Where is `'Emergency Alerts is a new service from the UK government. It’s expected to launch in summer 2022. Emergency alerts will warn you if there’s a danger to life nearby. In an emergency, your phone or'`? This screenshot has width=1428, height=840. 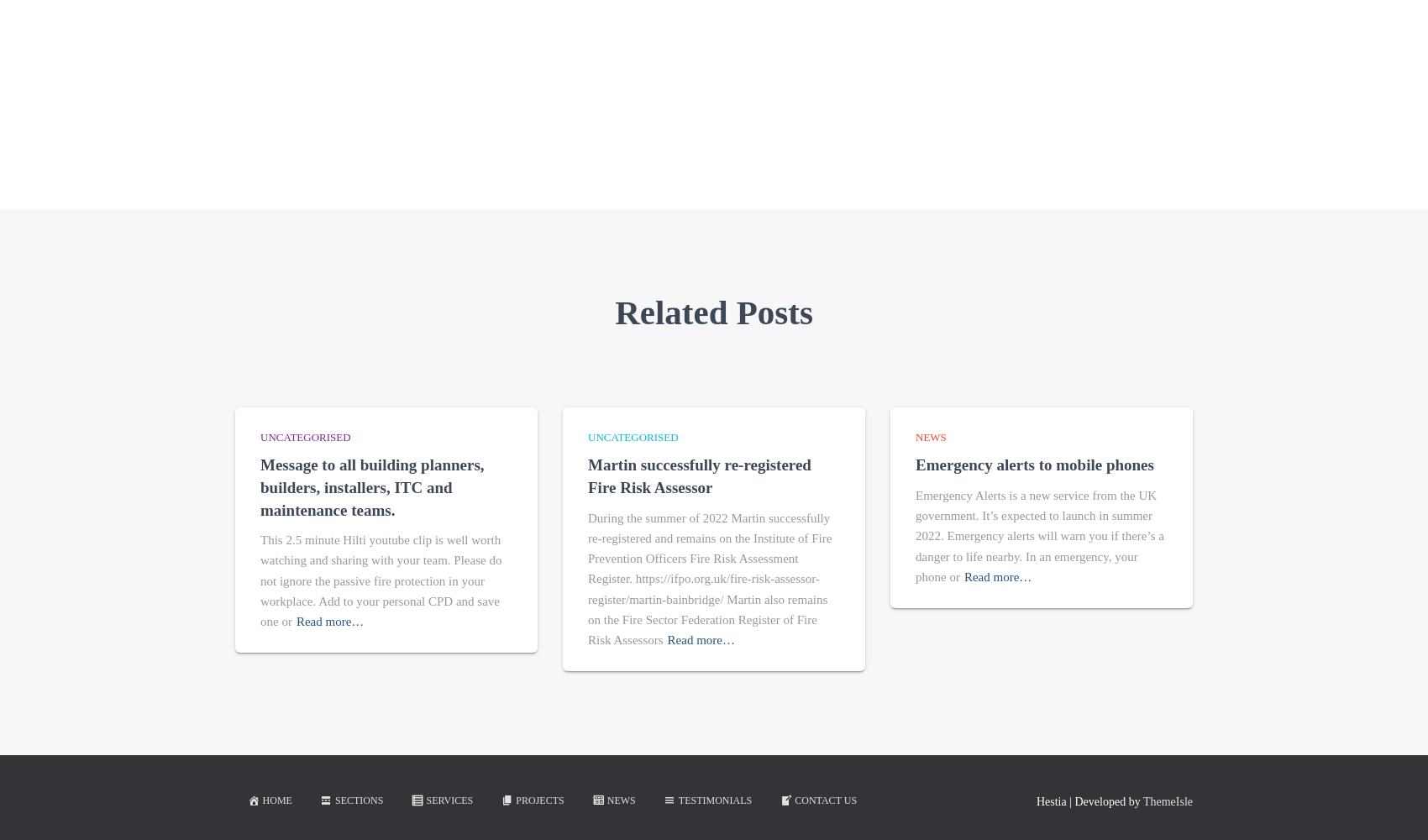 'Emergency Alerts is a new service from the UK government. It’s expected to launch in summer 2022. Emergency alerts will warn you if there’s a danger to life nearby. In an emergency, your phone or' is located at coordinates (1038, 535).